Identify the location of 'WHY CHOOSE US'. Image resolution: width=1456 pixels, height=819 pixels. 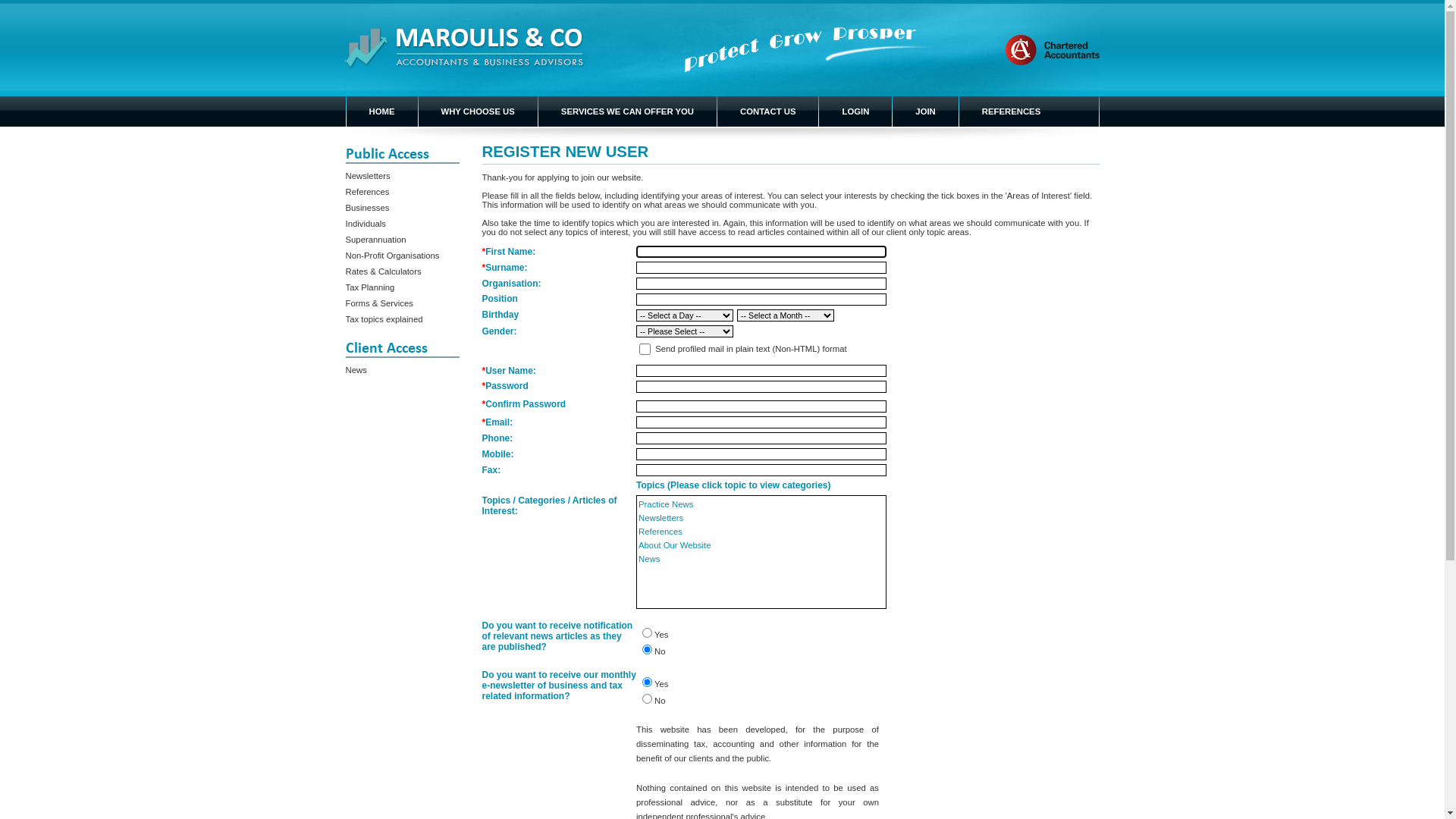
(477, 110).